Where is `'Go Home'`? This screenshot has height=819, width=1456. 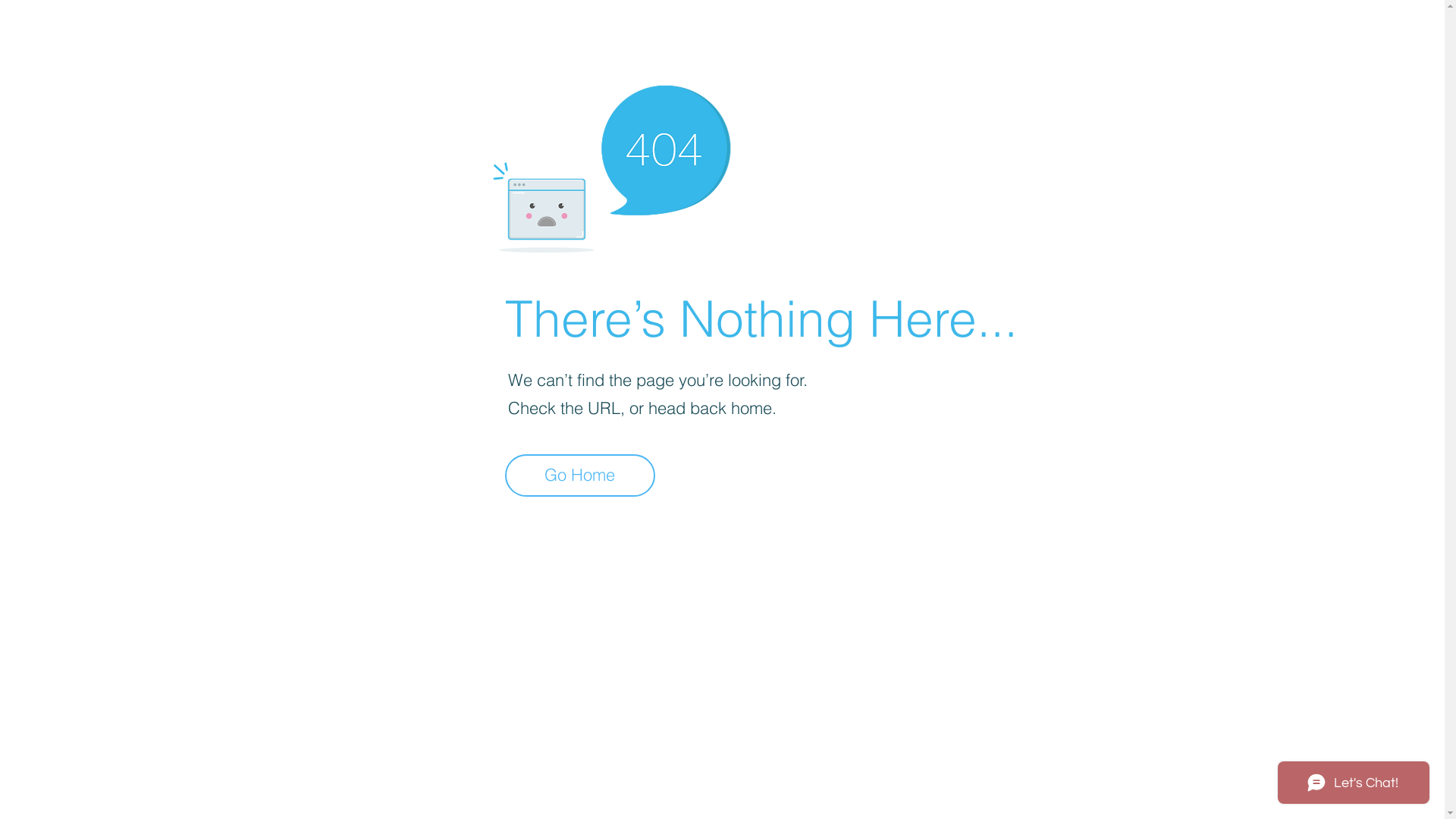 'Go Home' is located at coordinates (505, 475).